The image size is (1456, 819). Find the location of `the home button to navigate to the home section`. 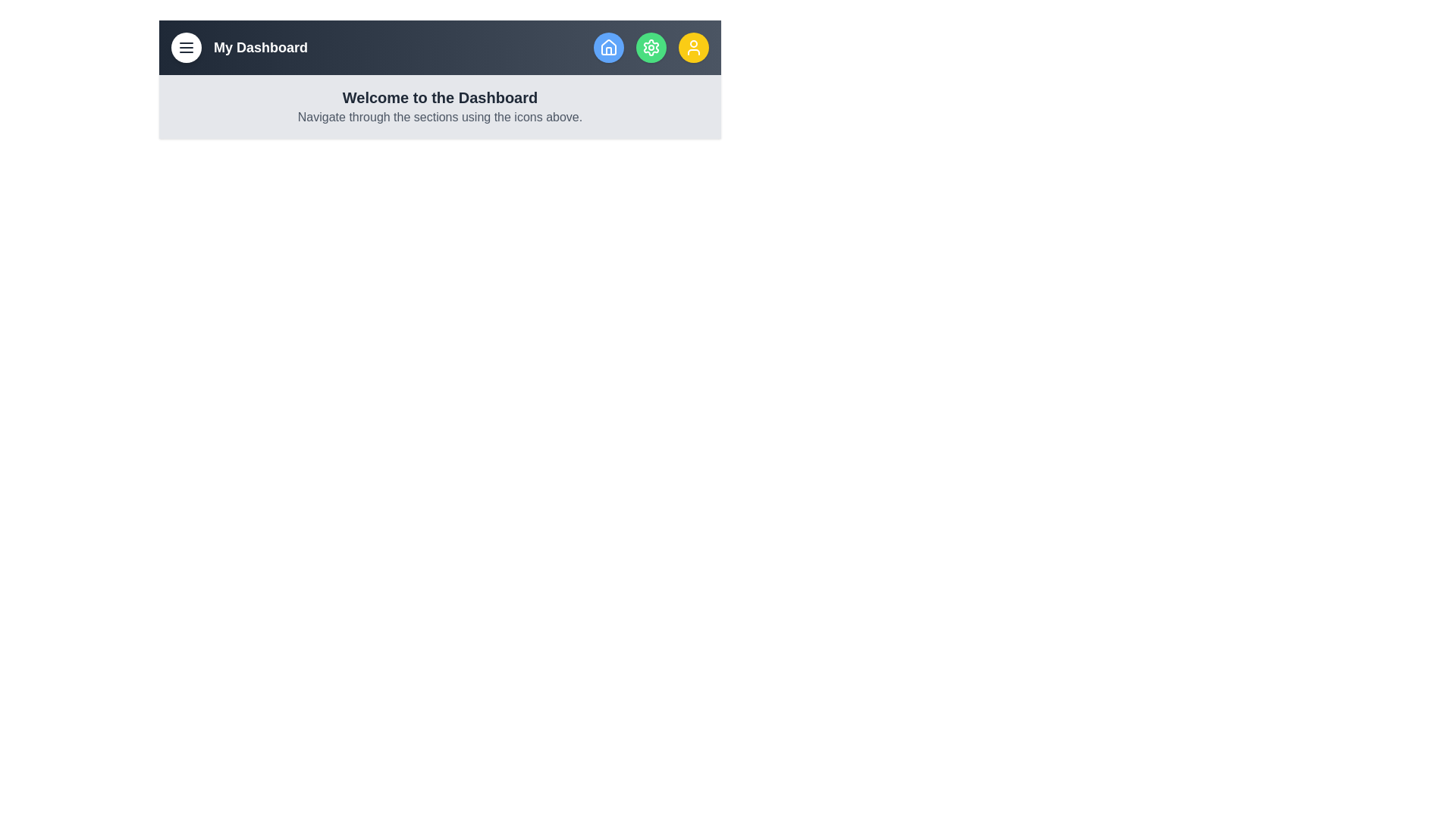

the home button to navigate to the home section is located at coordinates (608, 46).